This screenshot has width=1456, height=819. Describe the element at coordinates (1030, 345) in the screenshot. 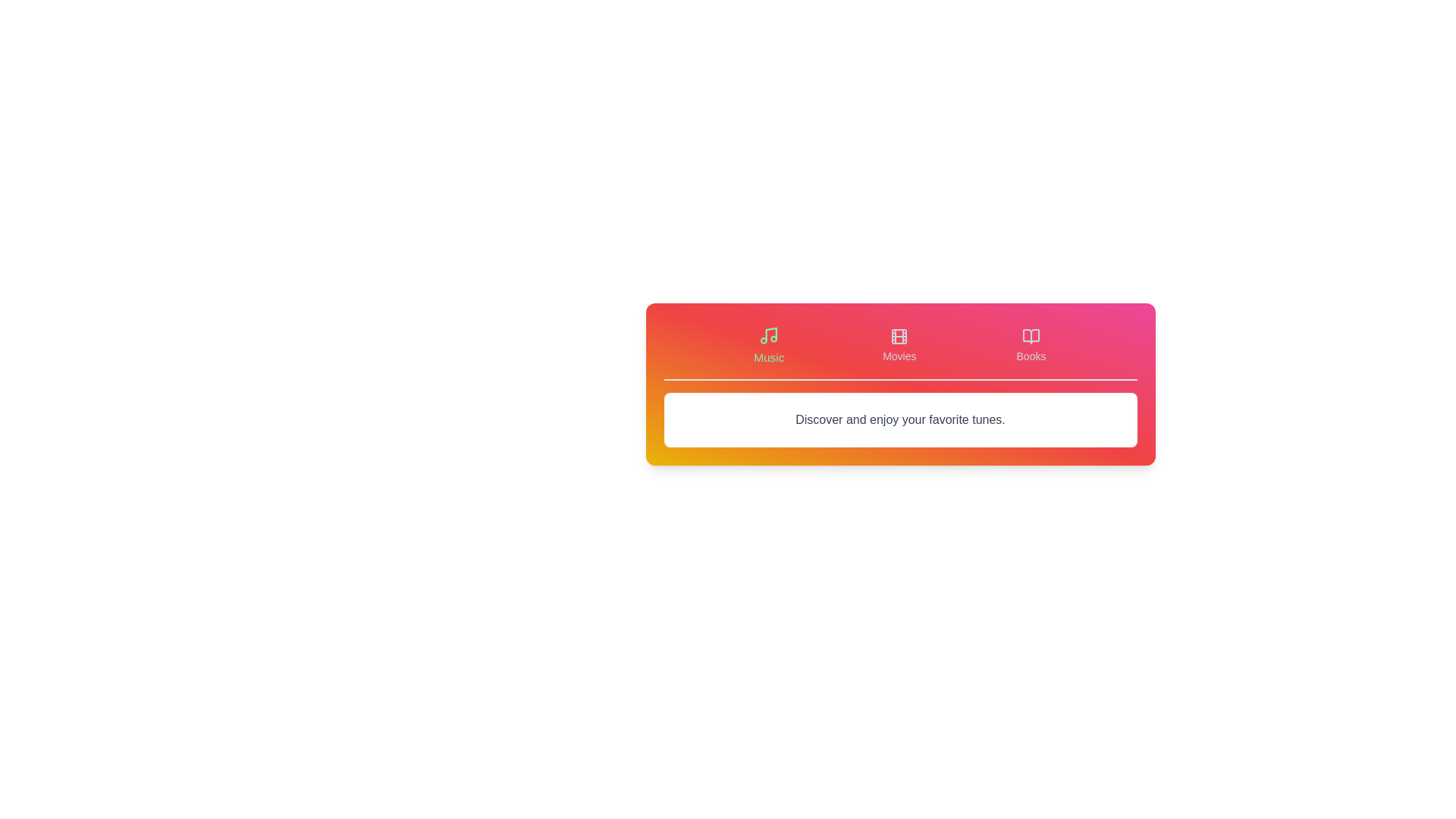

I see `the Books tab to view its content` at that location.